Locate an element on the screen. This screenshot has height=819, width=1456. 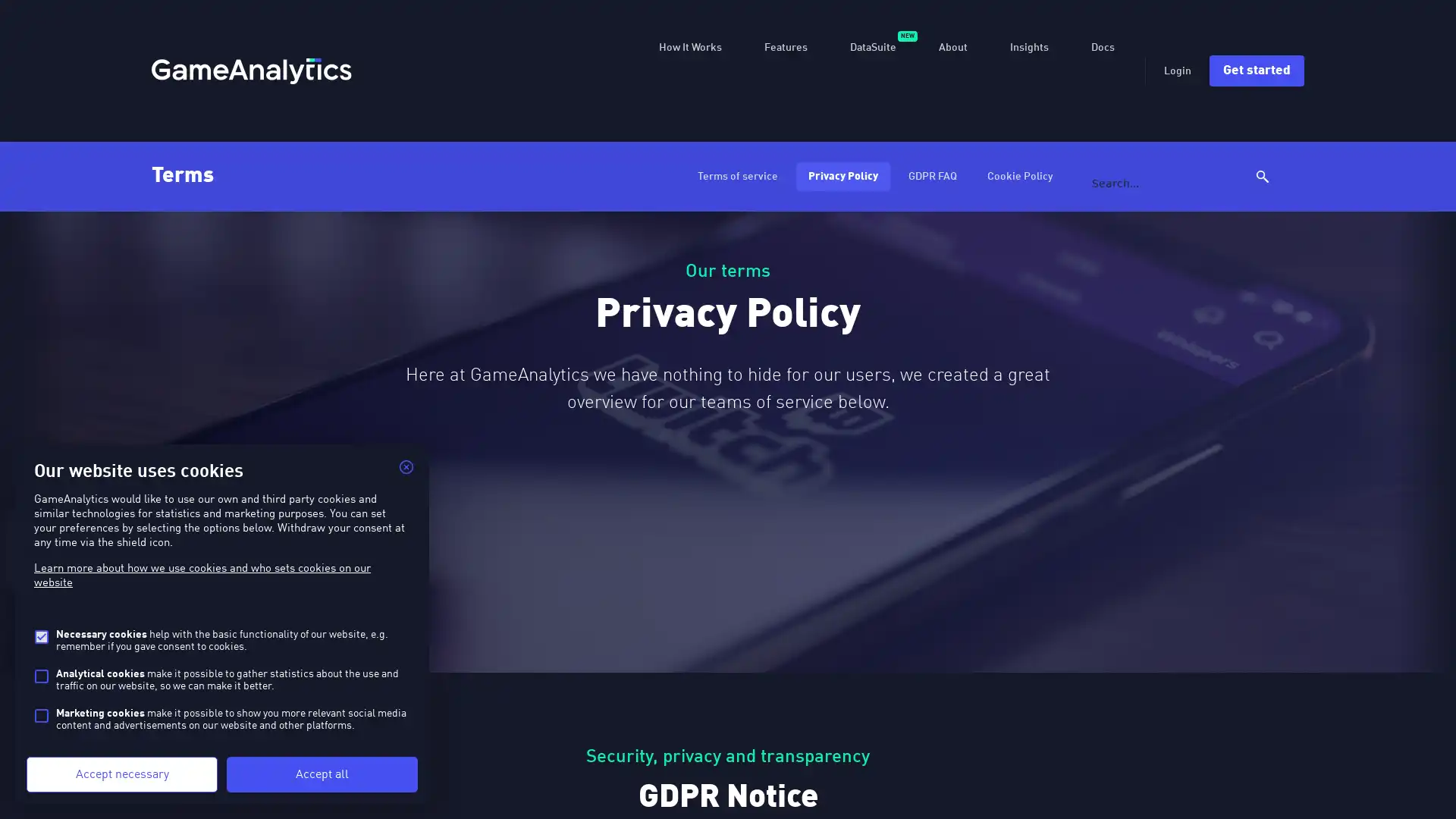
Accept all is located at coordinates (322, 774).